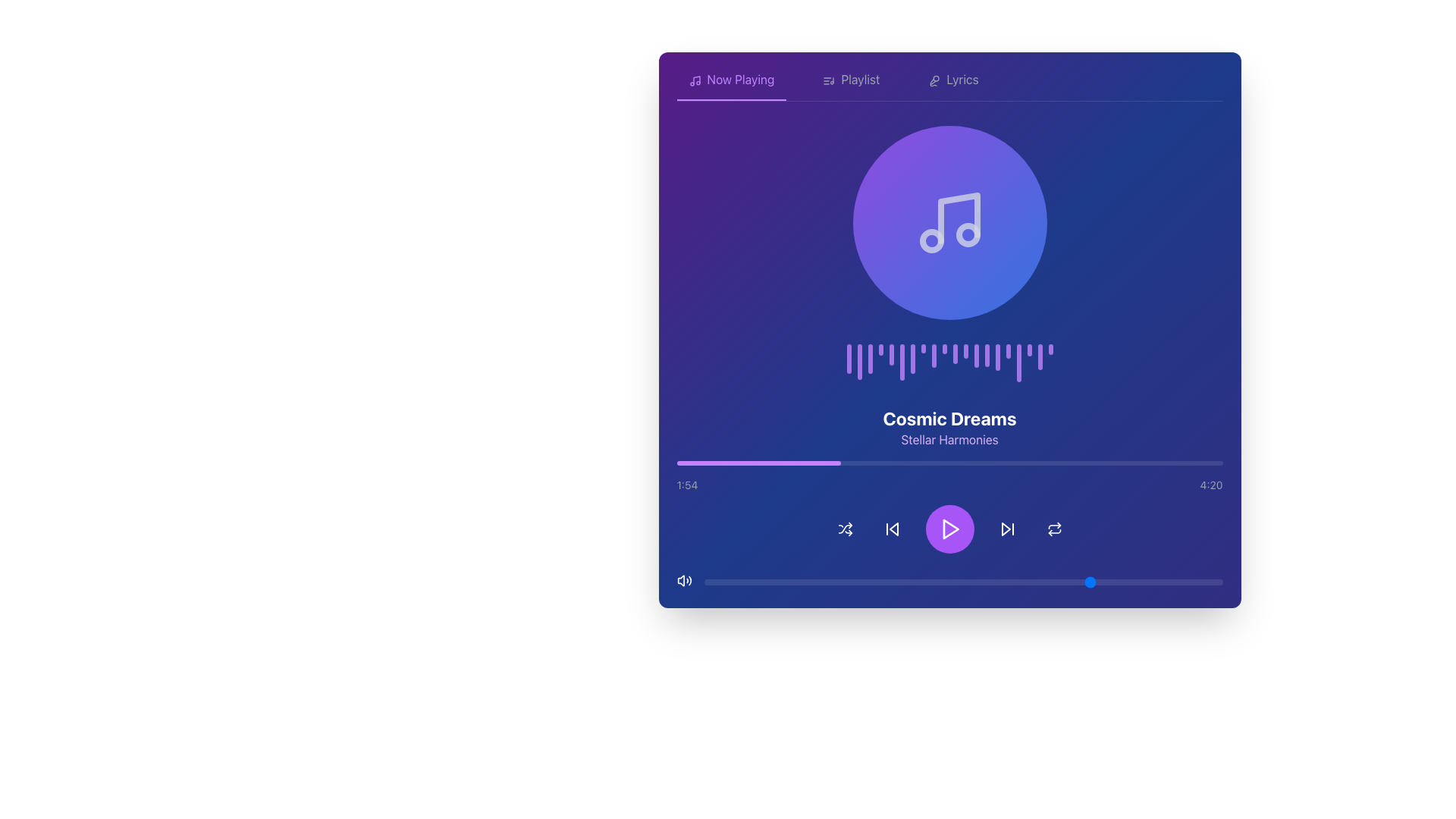  I want to click on the 'play' icon located at the center of the circular button in the media player control bar, so click(949, 529).